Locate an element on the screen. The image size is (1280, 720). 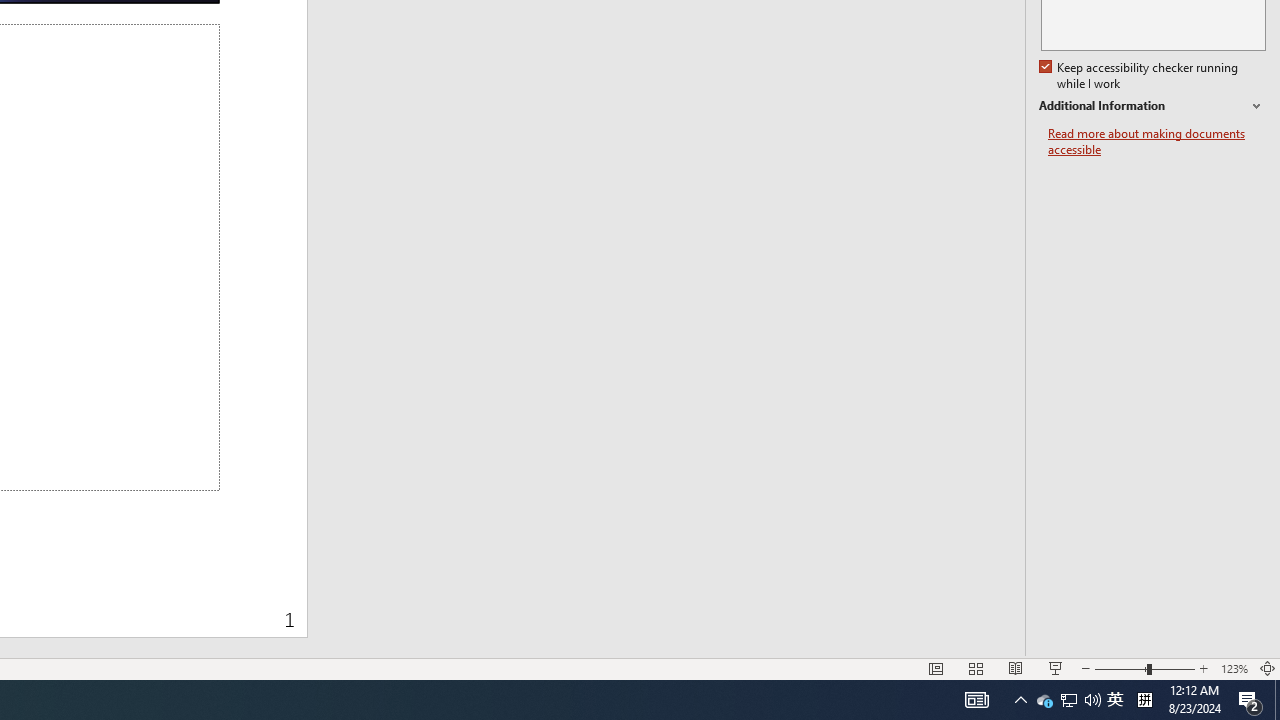
'Action Center, 2 new notifications' is located at coordinates (1250, 698).